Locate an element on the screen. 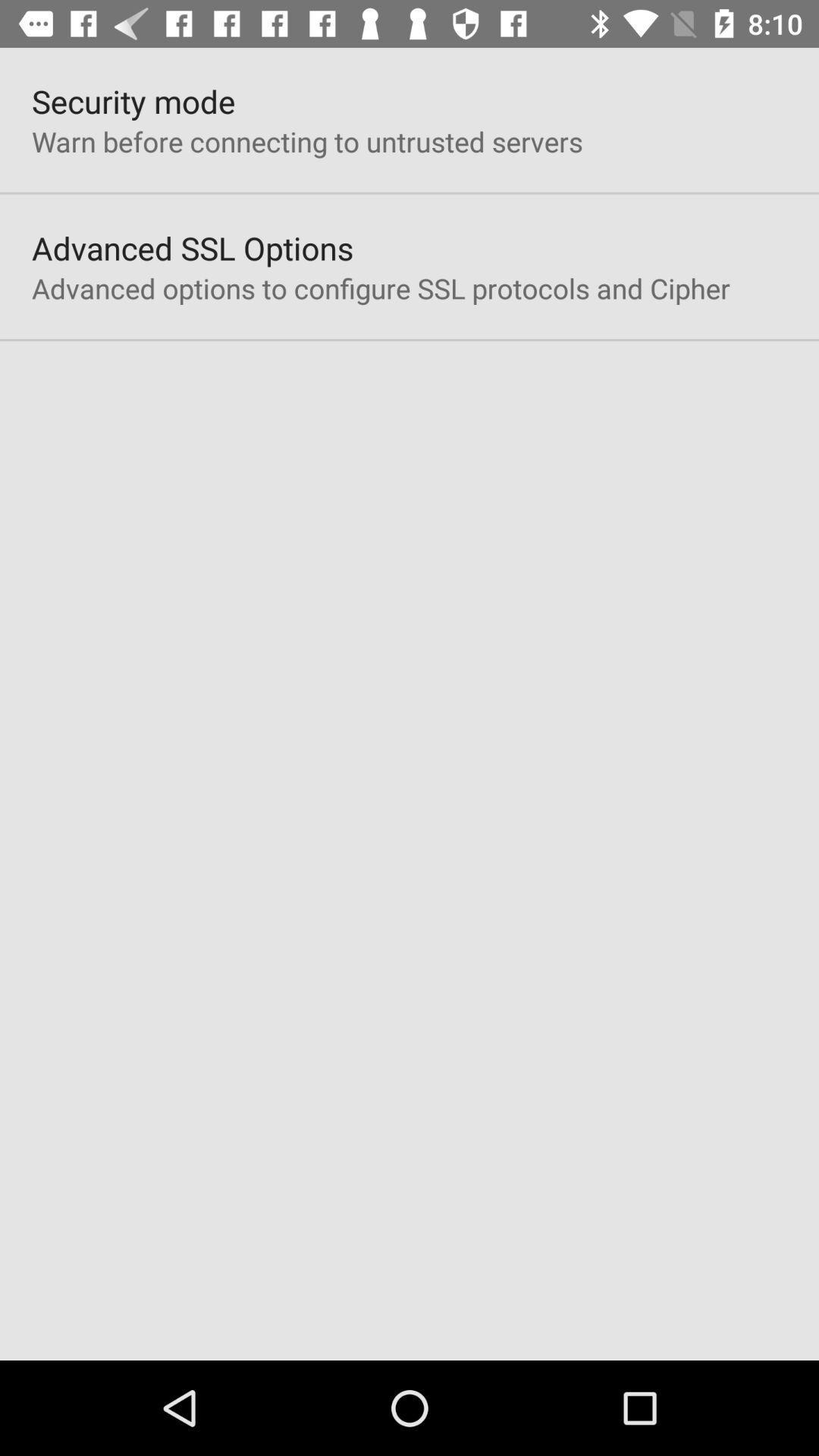  the icon below the security mode item is located at coordinates (307, 141).